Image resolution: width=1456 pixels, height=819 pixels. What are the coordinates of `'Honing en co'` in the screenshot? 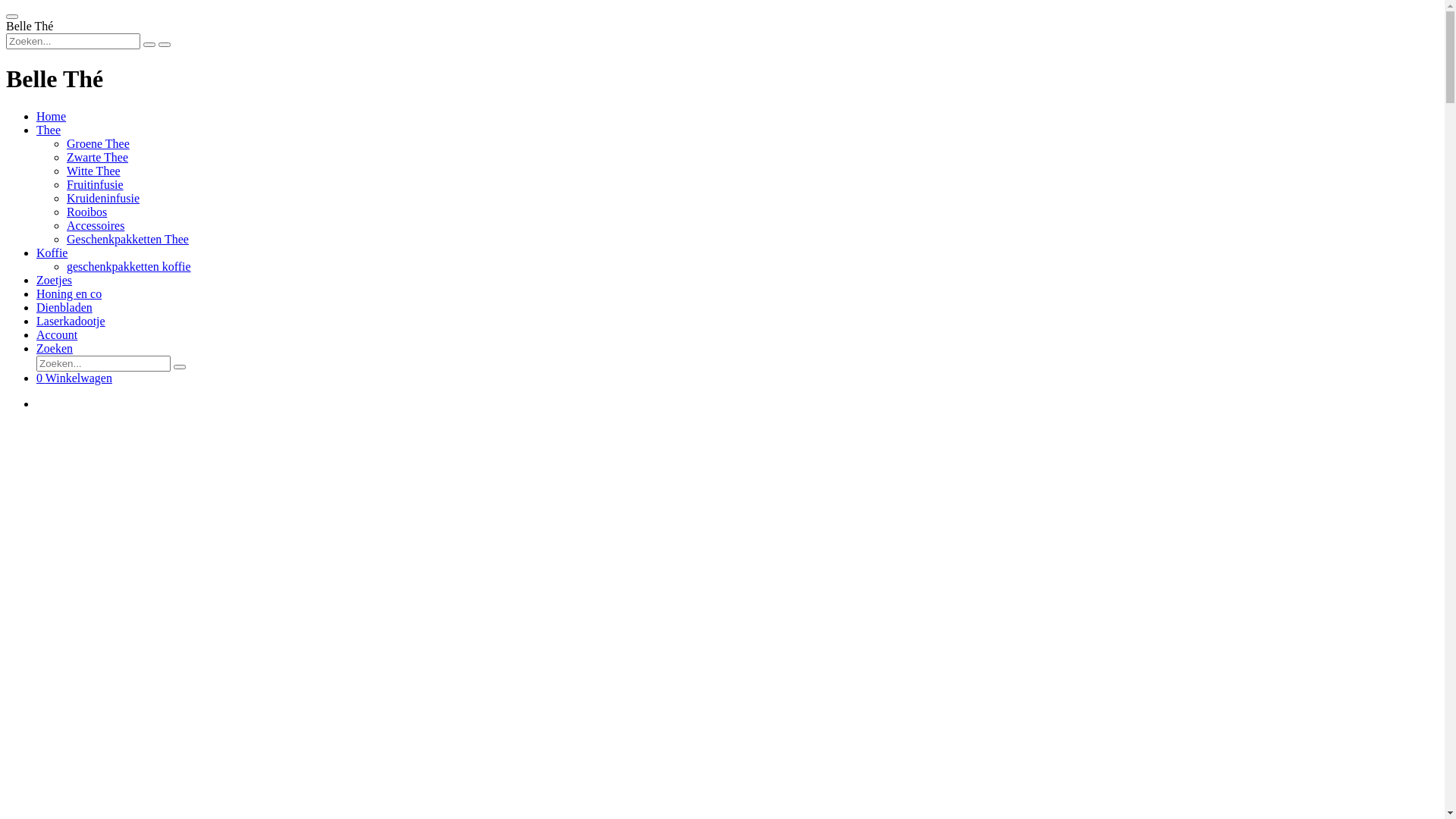 It's located at (68, 293).